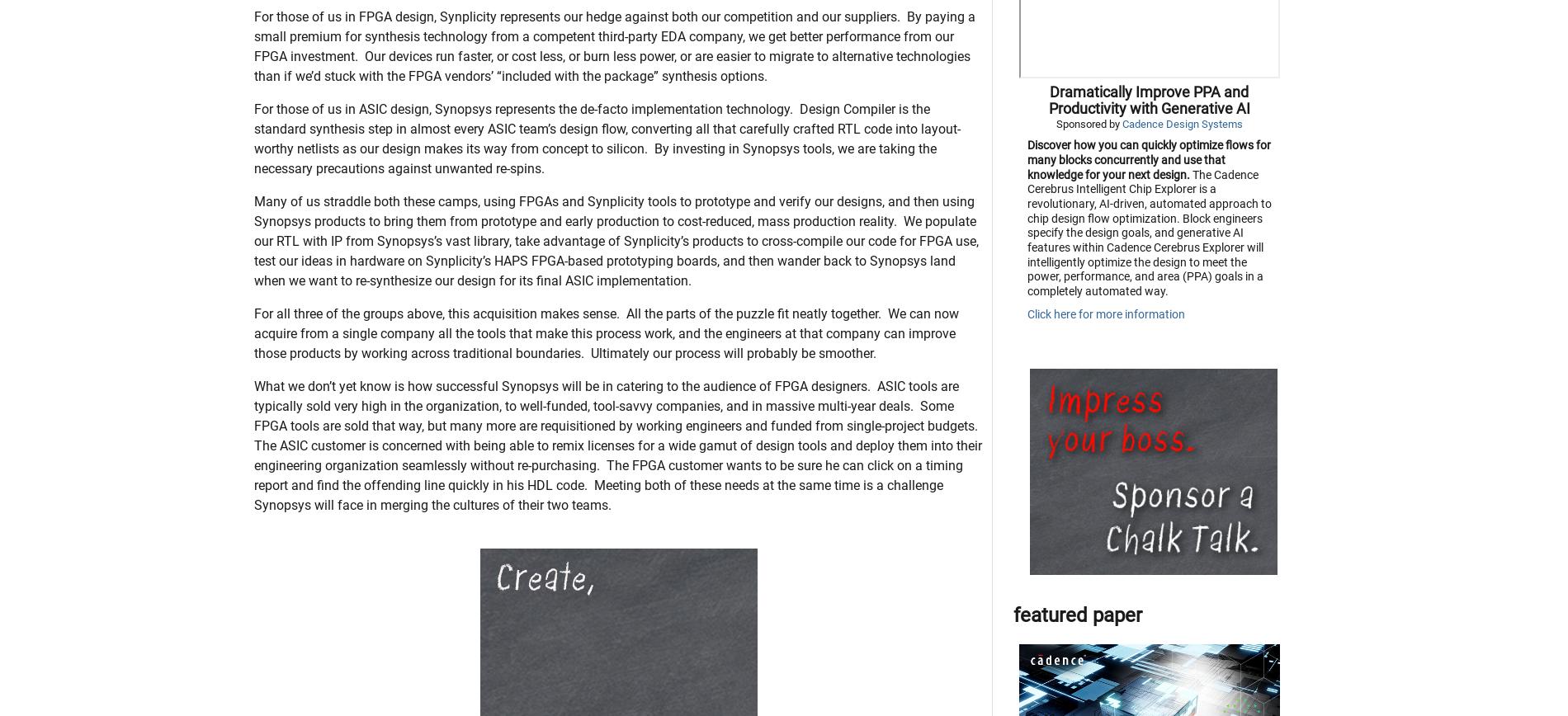  What do you see at coordinates (1147, 314) in the screenshot?
I see `'The Cadence Cerebrus Intelligent Chip Explorer is a revolutionary, AI-driven, automated approach to chip design flow optimization. Block engineers specify the design goals, and generative AI features within Cadence Cerebrus Explorer will intelligently optimize the design to meet the power, performance, and area (PPA) goals in a completely automated way.'` at bounding box center [1147, 314].